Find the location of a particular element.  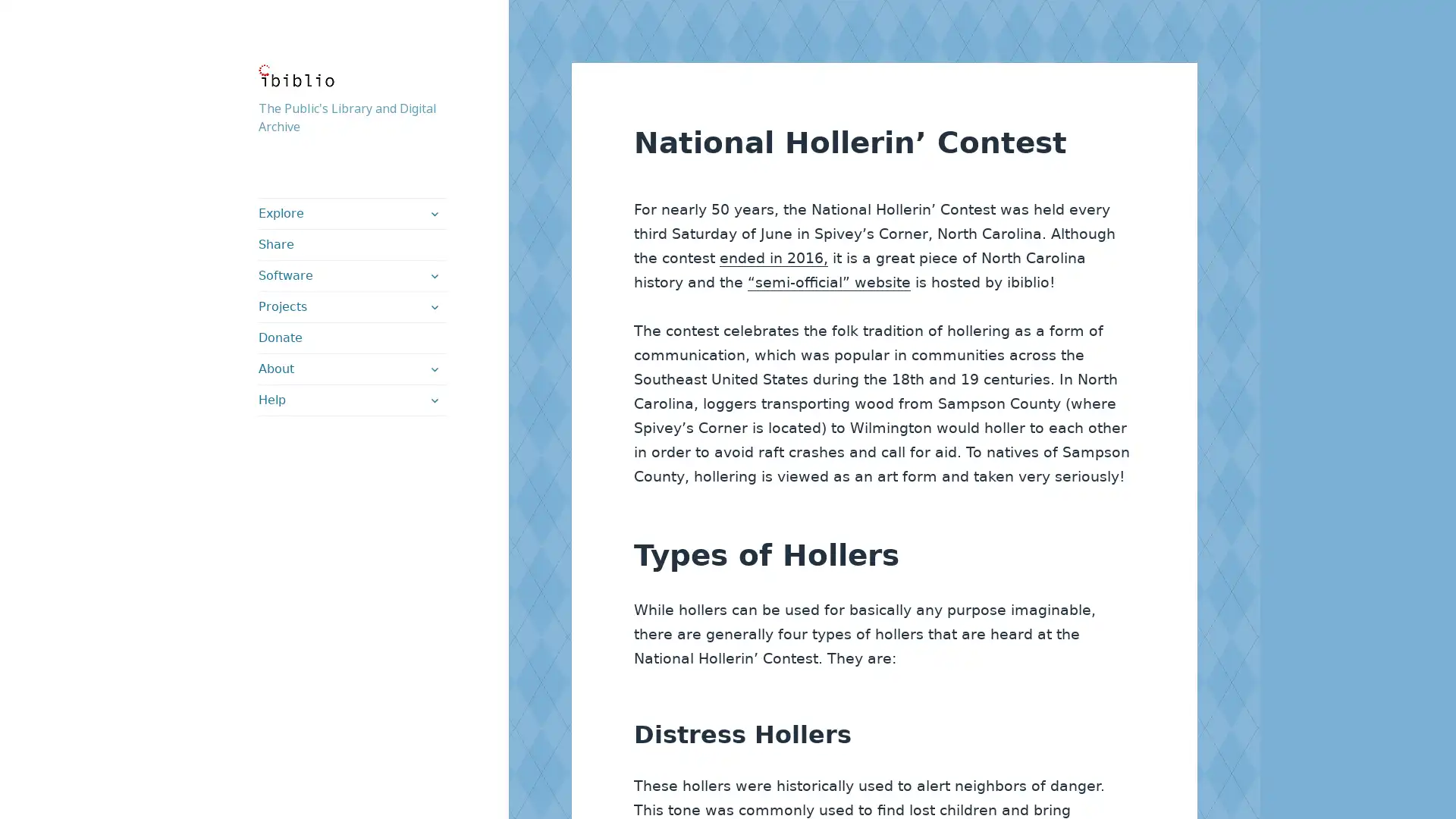

expand child menu is located at coordinates (432, 369).